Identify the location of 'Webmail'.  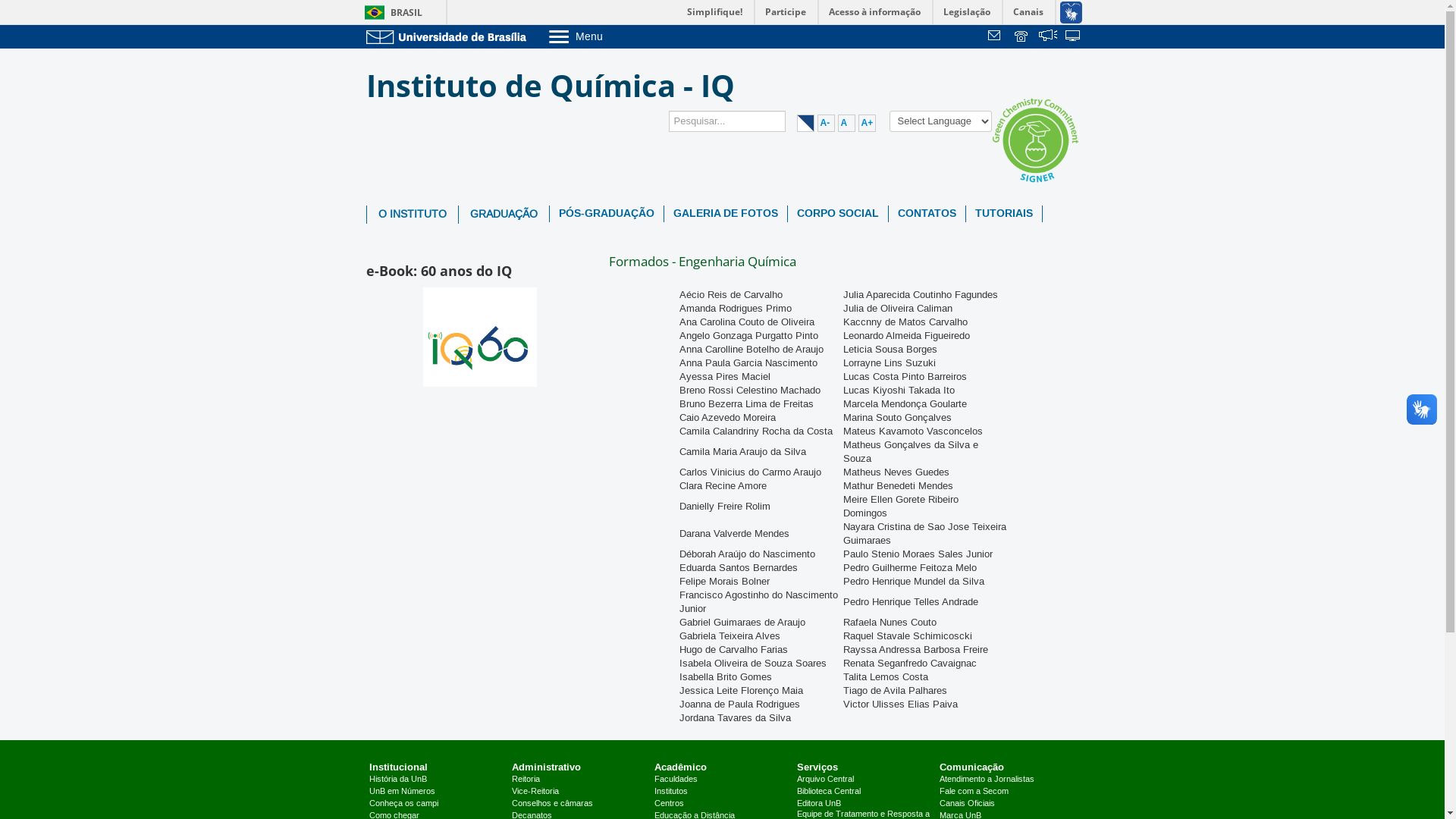
(996, 36).